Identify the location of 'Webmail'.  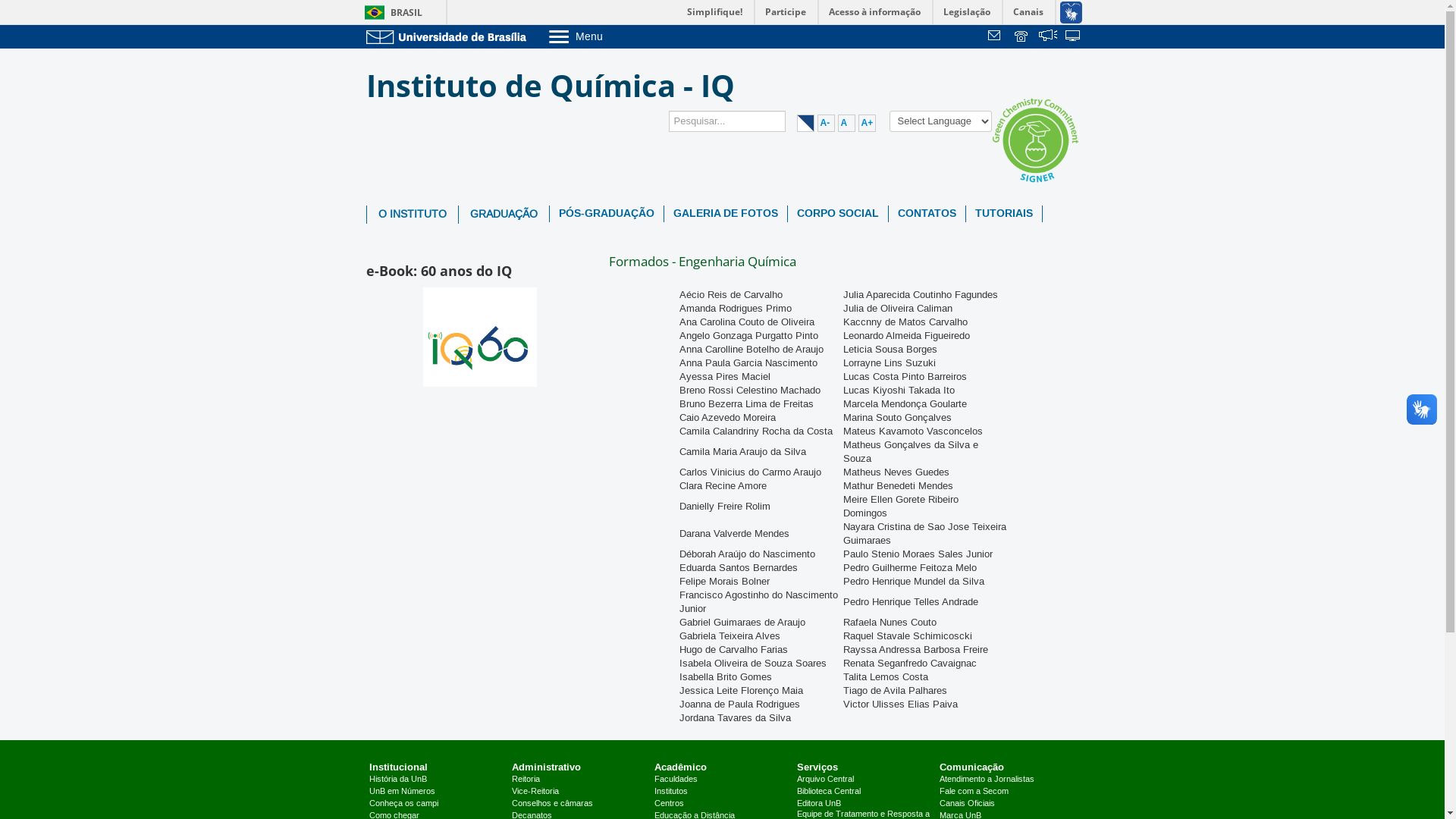
(996, 36).